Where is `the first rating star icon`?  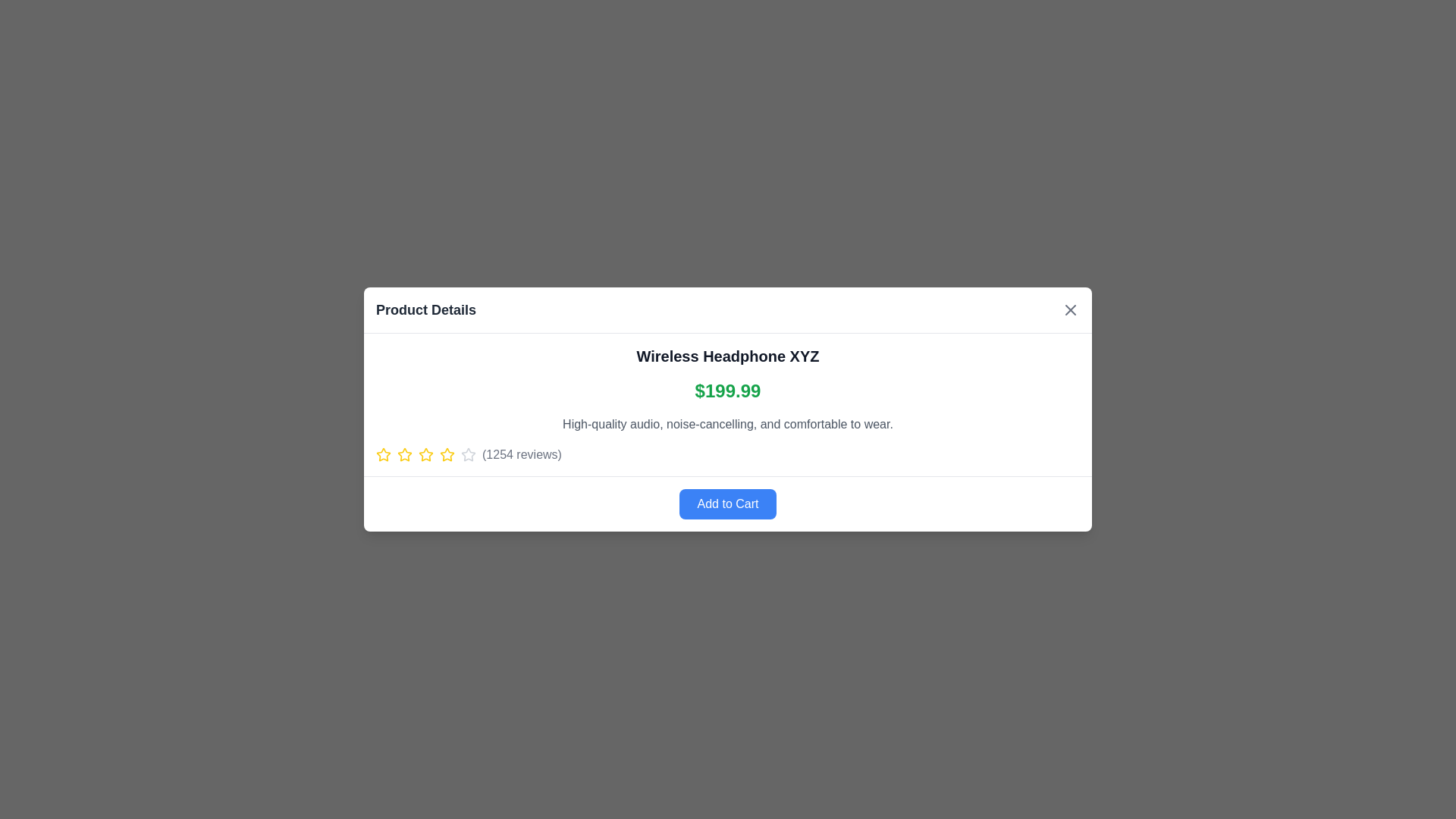 the first rating star icon is located at coordinates (383, 453).